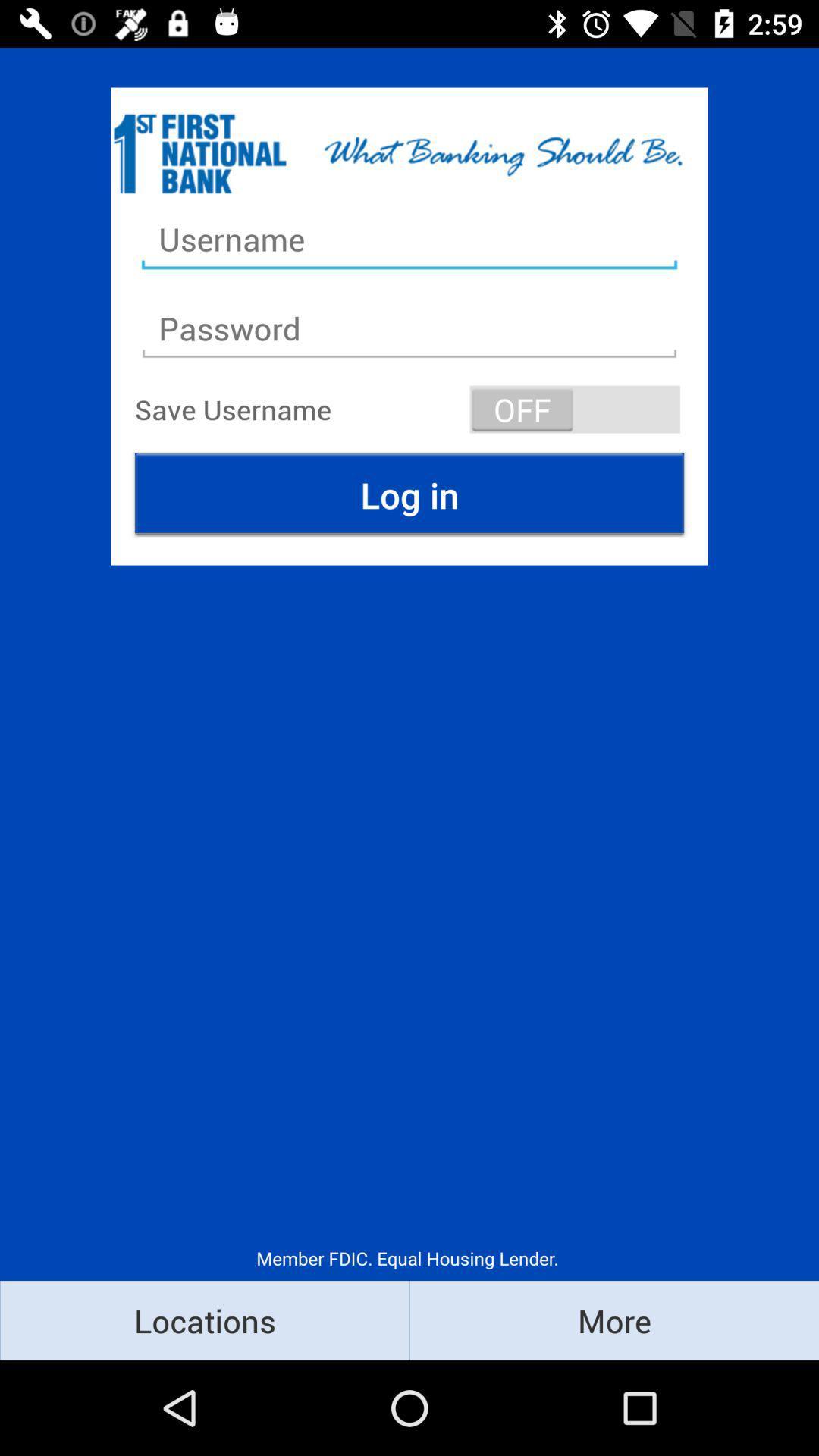  What do you see at coordinates (614, 1319) in the screenshot?
I see `the icon to the right of locations item` at bounding box center [614, 1319].